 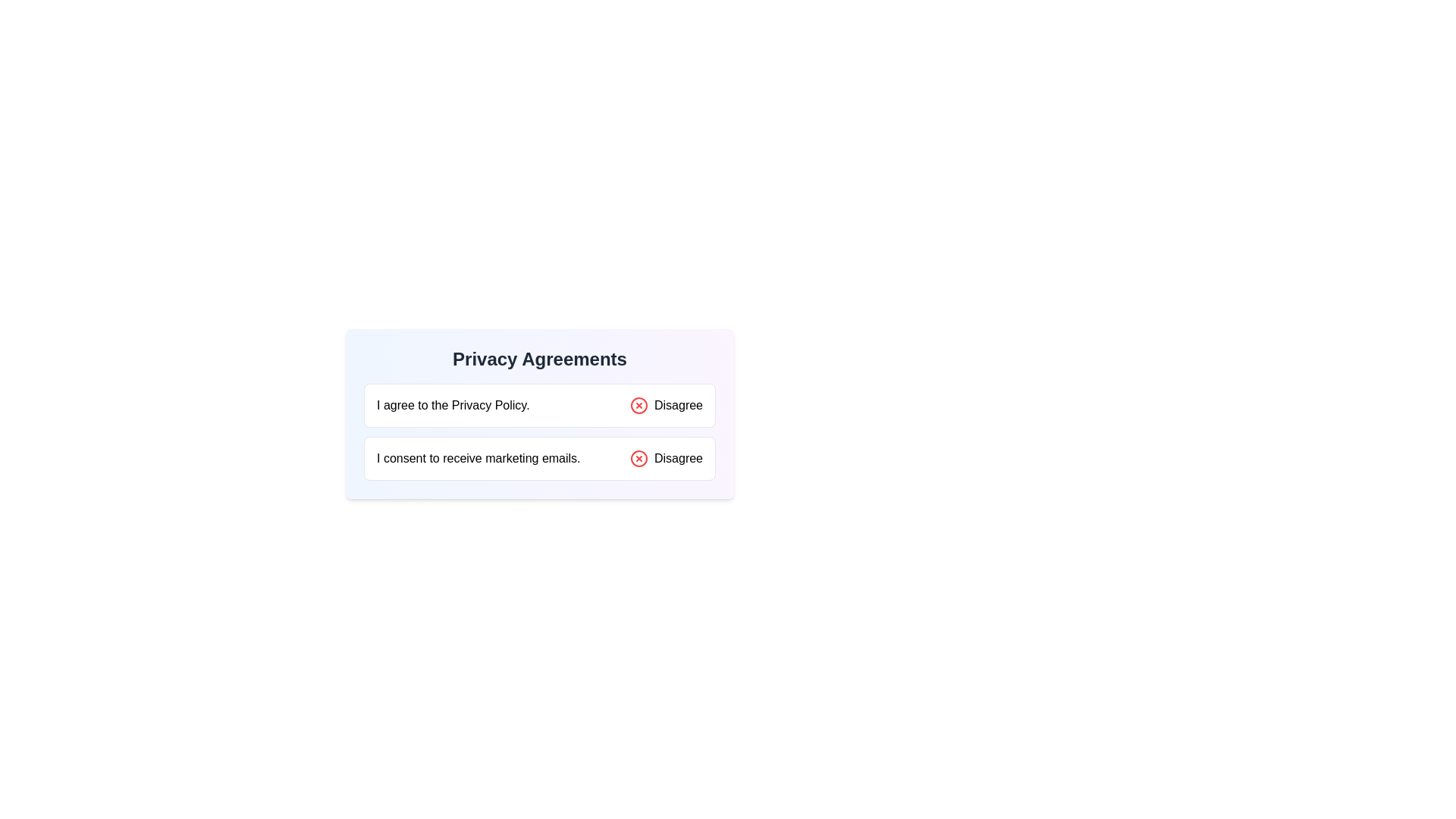 I want to click on graphical vector element representing part of the disagreement icon located in the top-right corner of the 'Disagree' button in the 'Privacy Agreements' section, so click(x=639, y=458).